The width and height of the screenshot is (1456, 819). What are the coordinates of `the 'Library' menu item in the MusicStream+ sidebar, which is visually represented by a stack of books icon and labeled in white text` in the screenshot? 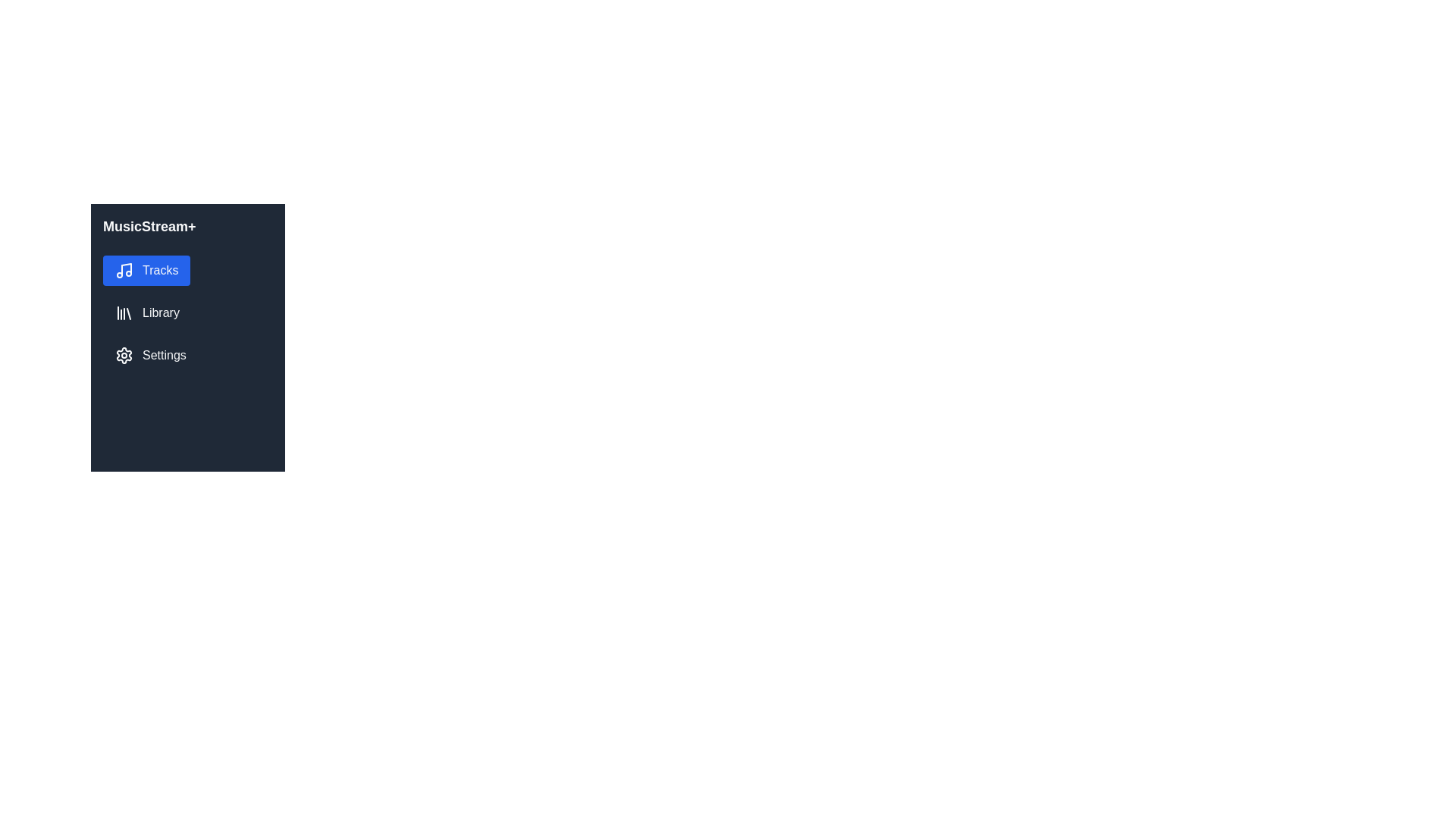 It's located at (147, 312).